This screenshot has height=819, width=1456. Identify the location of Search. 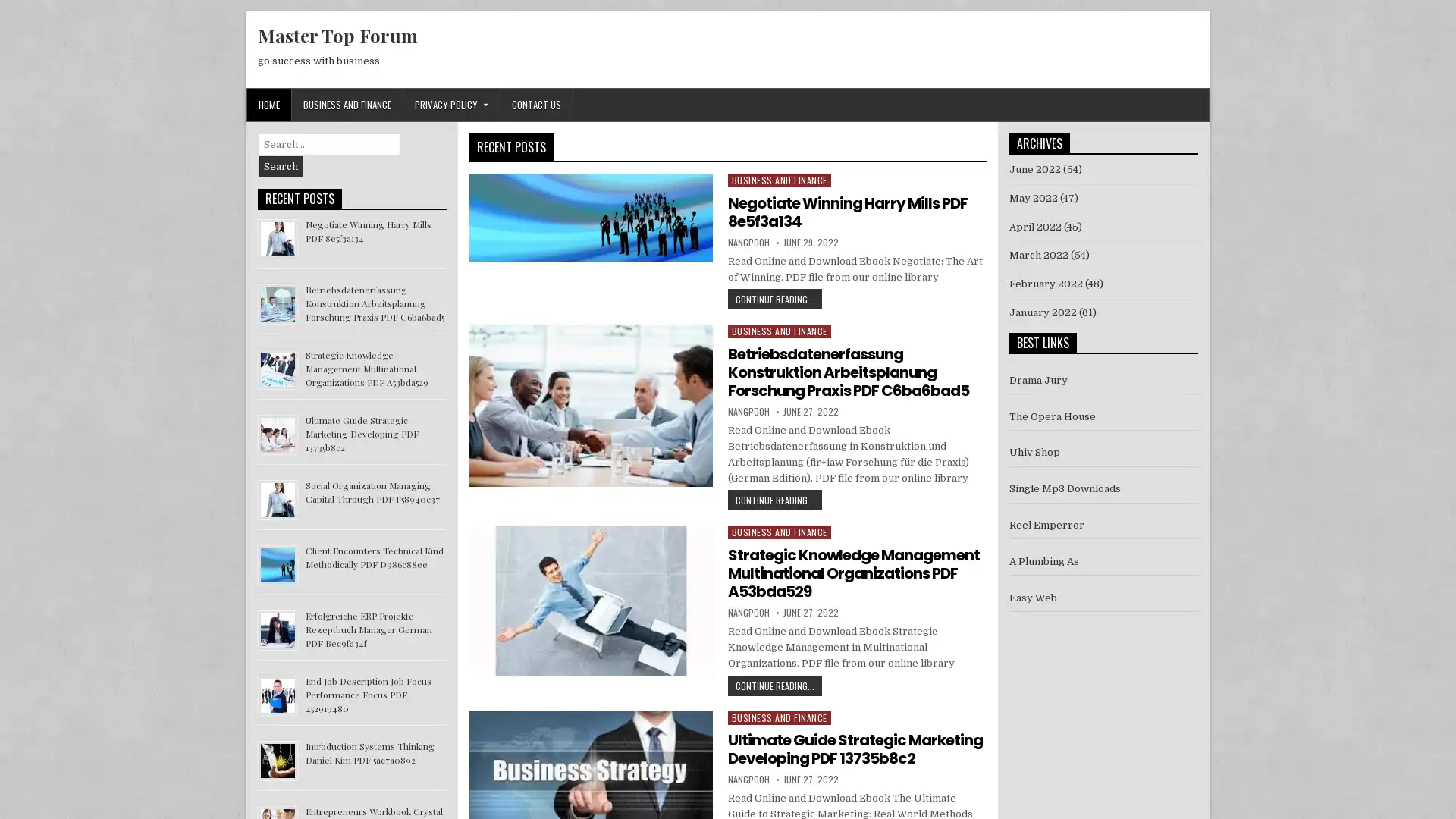
(281, 166).